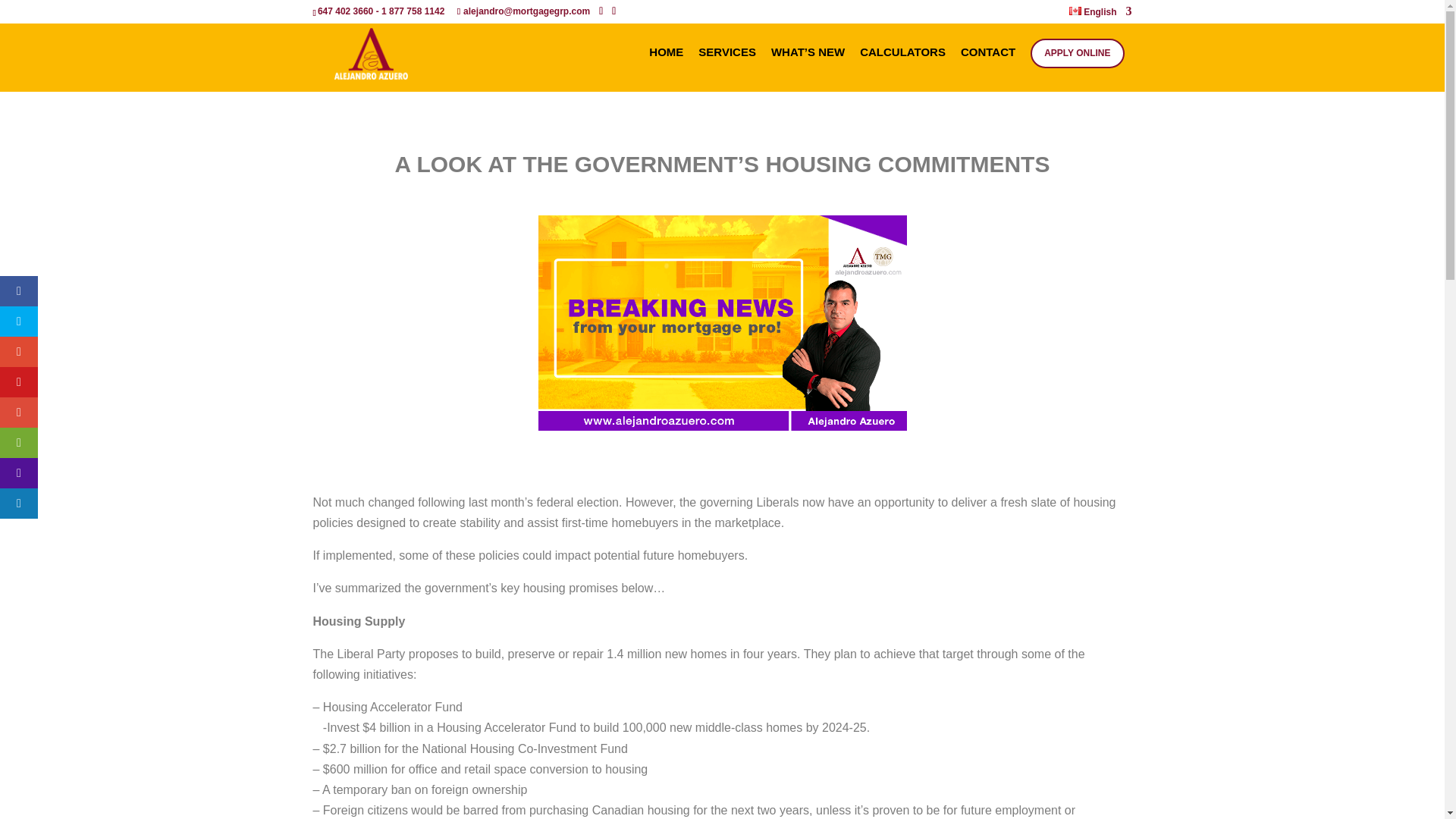 This screenshot has height=819, width=1456. I want to click on 'SERVICES', so click(698, 69).